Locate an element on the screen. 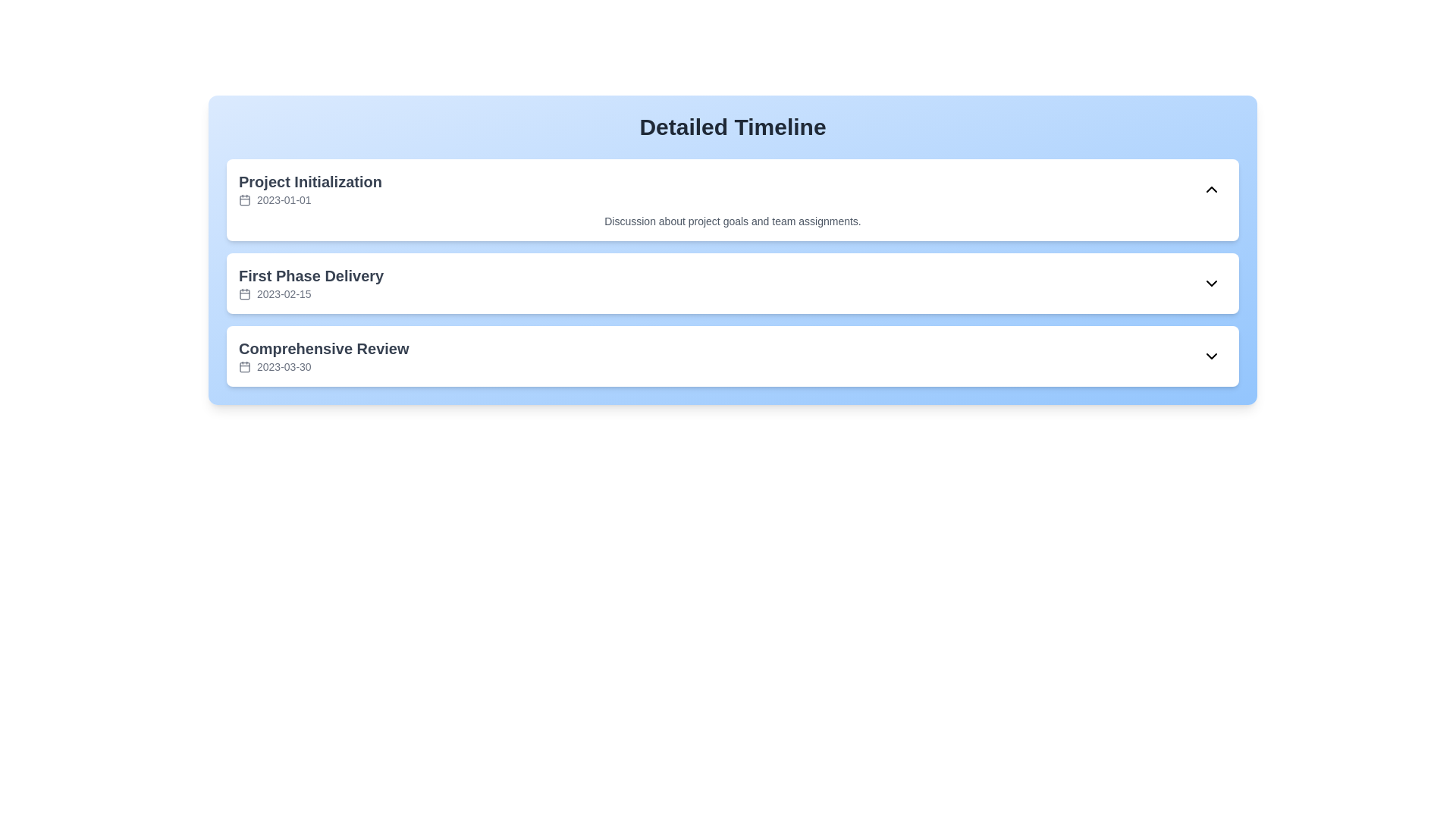 The width and height of the screenshot is (1456, 819). the static text label displaying 'Comprehensive Review' in bold, large, dark gray font, positioned at the top of the third timeline entry box is located at coordinates (323, 348).